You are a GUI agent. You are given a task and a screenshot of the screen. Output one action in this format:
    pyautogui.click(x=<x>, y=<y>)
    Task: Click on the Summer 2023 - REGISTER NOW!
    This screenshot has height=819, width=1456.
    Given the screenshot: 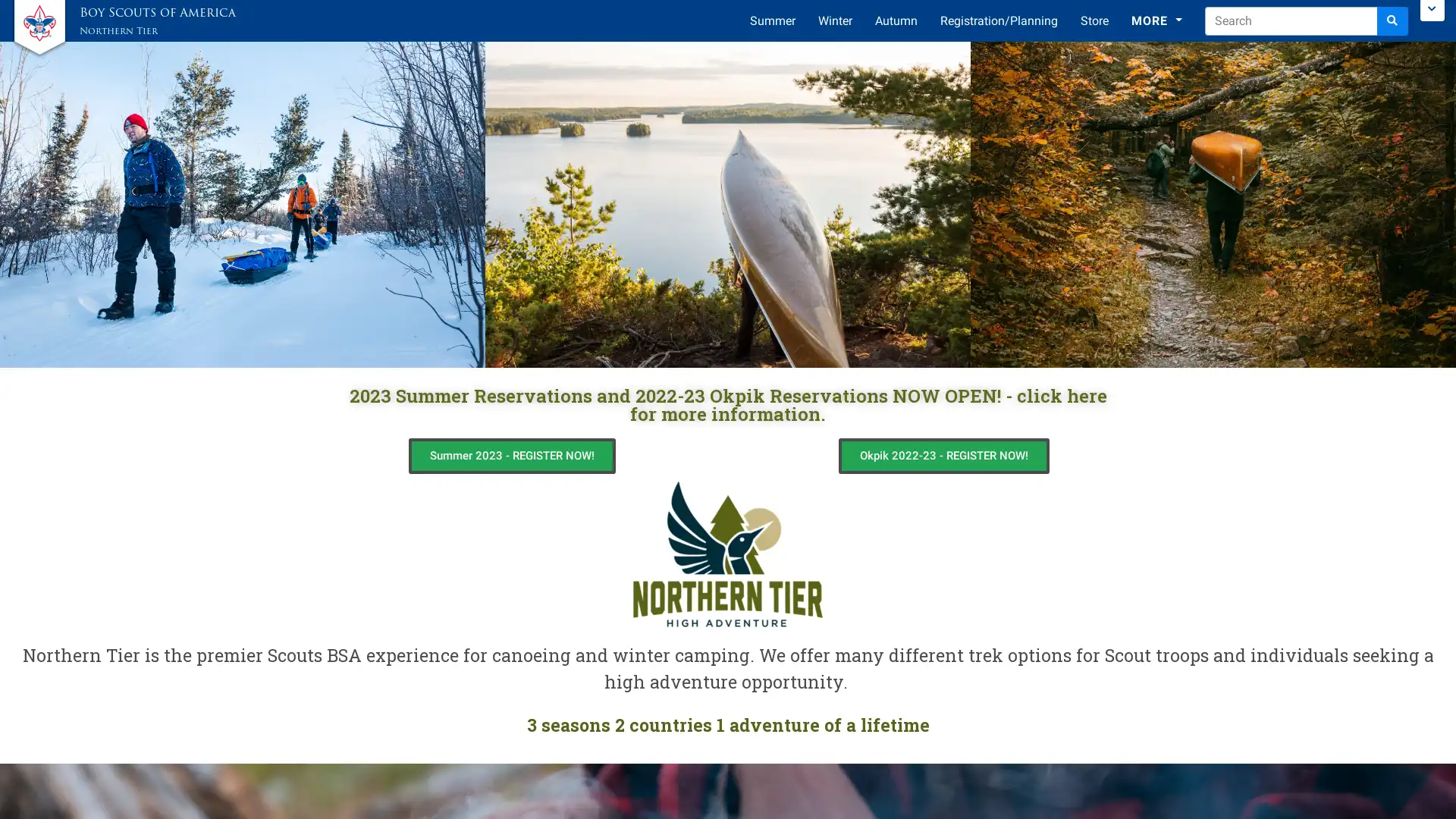 What is the action you would take?
    pyautogui.click(x=511, y=455)
    